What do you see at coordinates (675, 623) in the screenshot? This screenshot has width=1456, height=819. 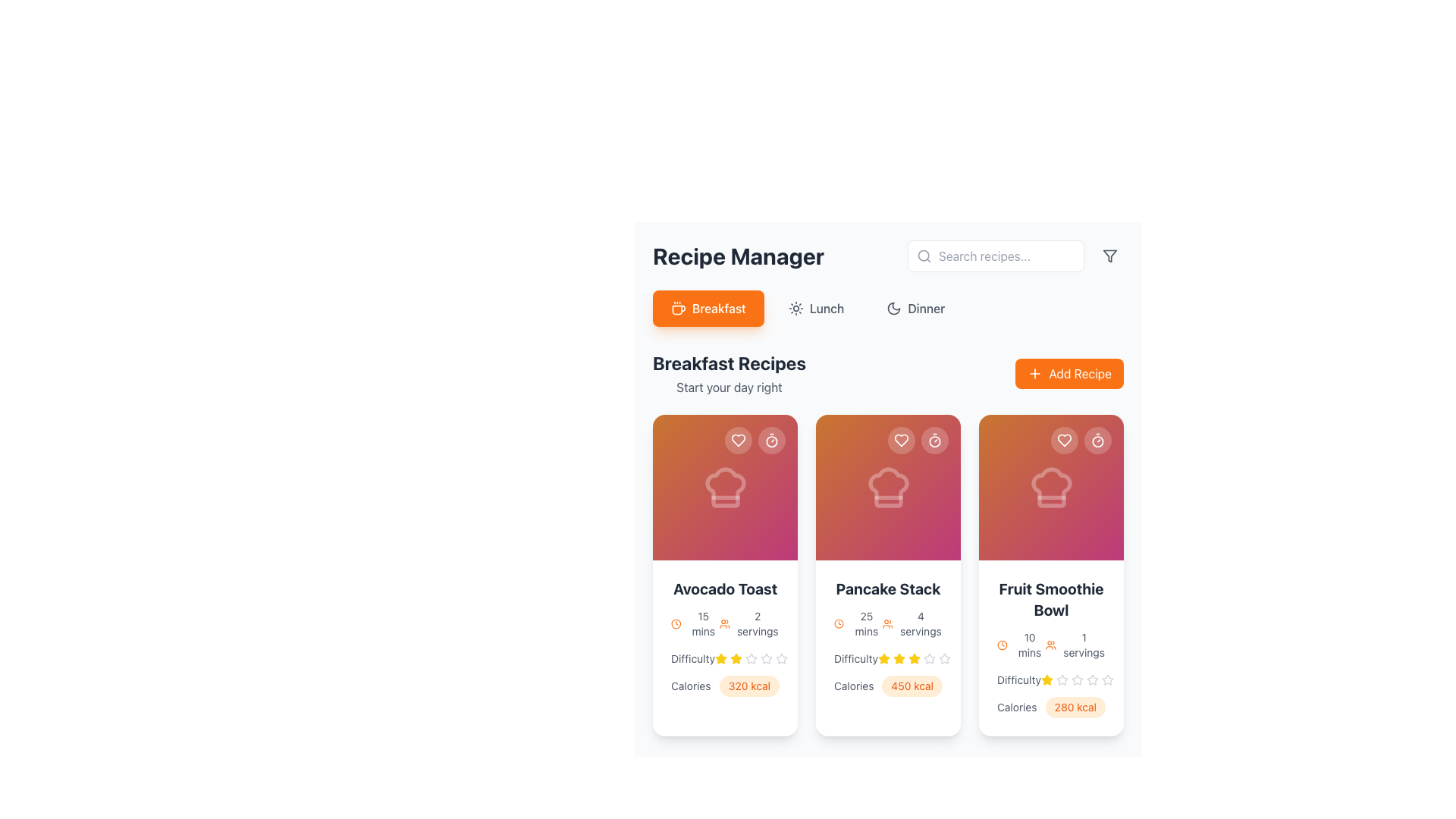 I see `the timer icon located to the left of the '15 mins' text, which serves as a visual representation of time-related information` at bounding box center [675, 623].